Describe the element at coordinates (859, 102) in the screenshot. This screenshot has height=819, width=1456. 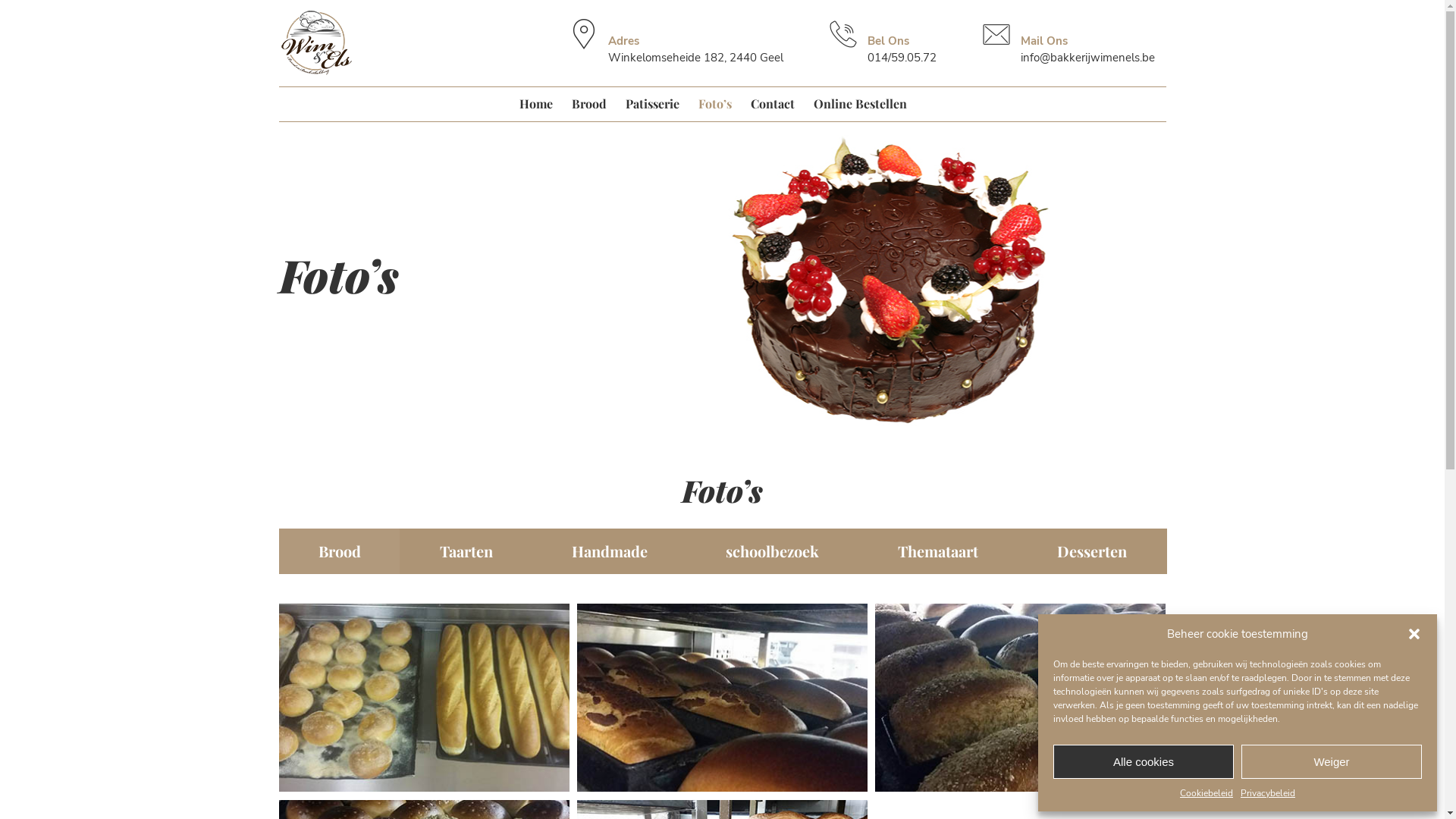
I see `'Online Bestellen'` at that location.